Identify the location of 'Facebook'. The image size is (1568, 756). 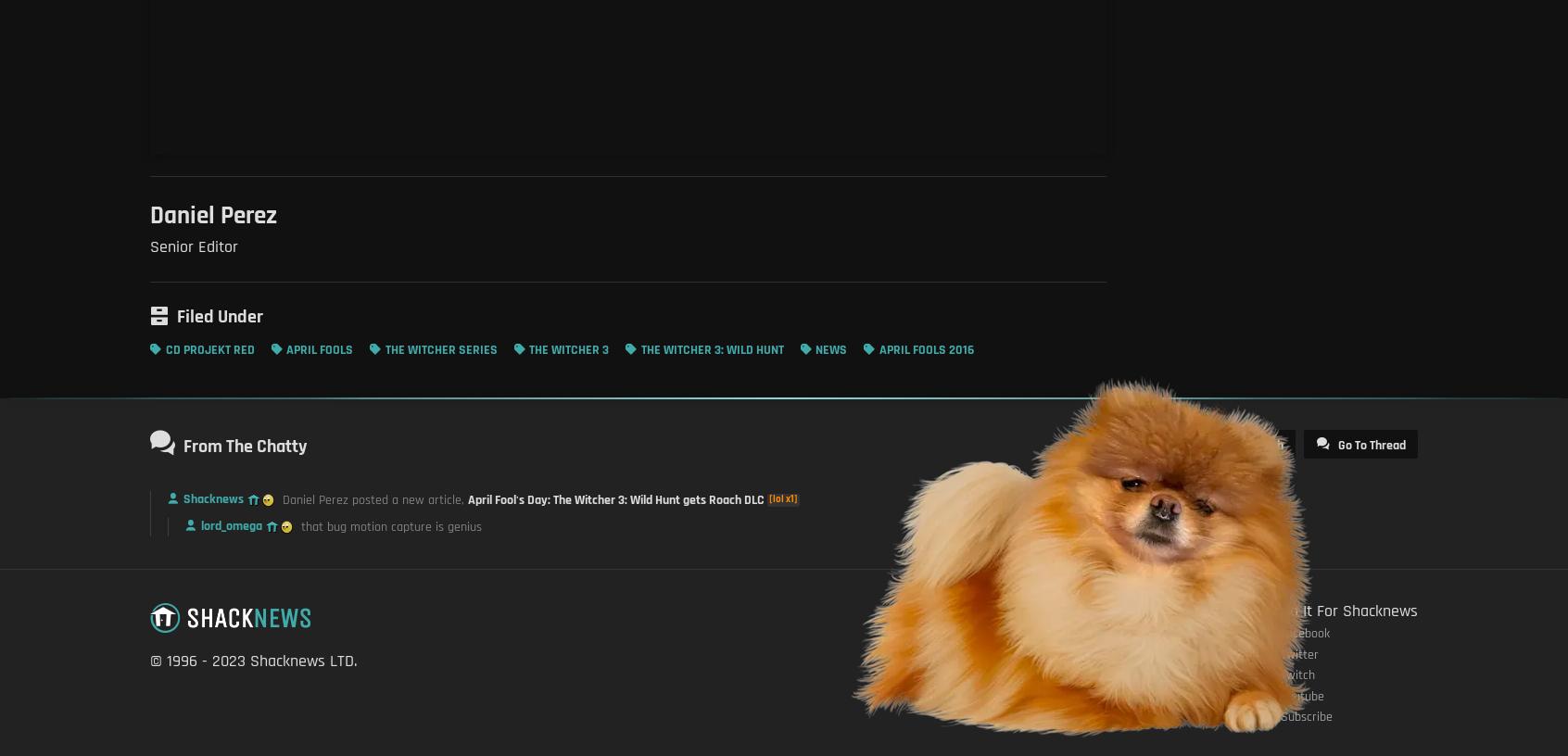
(1305, 632).